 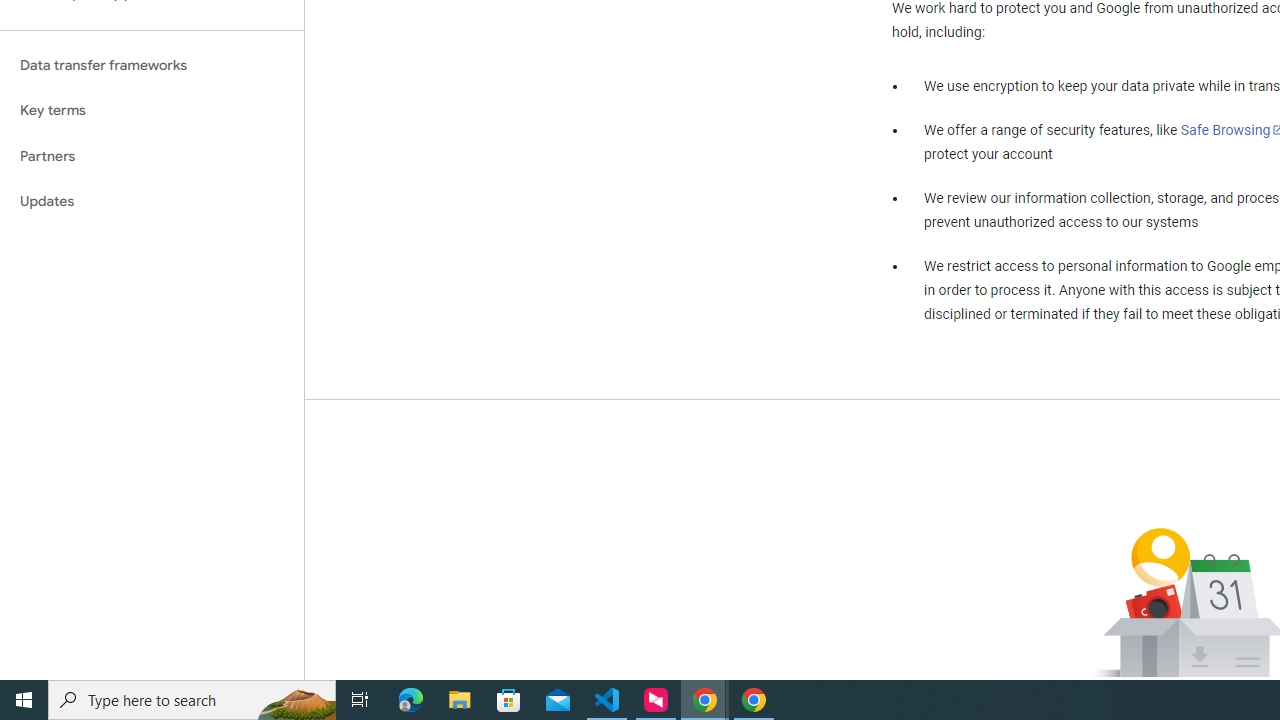 What do you see at coordinates (151, 201) in the screenshot?
I see `'Updates'` at bounding box center [151, 201].